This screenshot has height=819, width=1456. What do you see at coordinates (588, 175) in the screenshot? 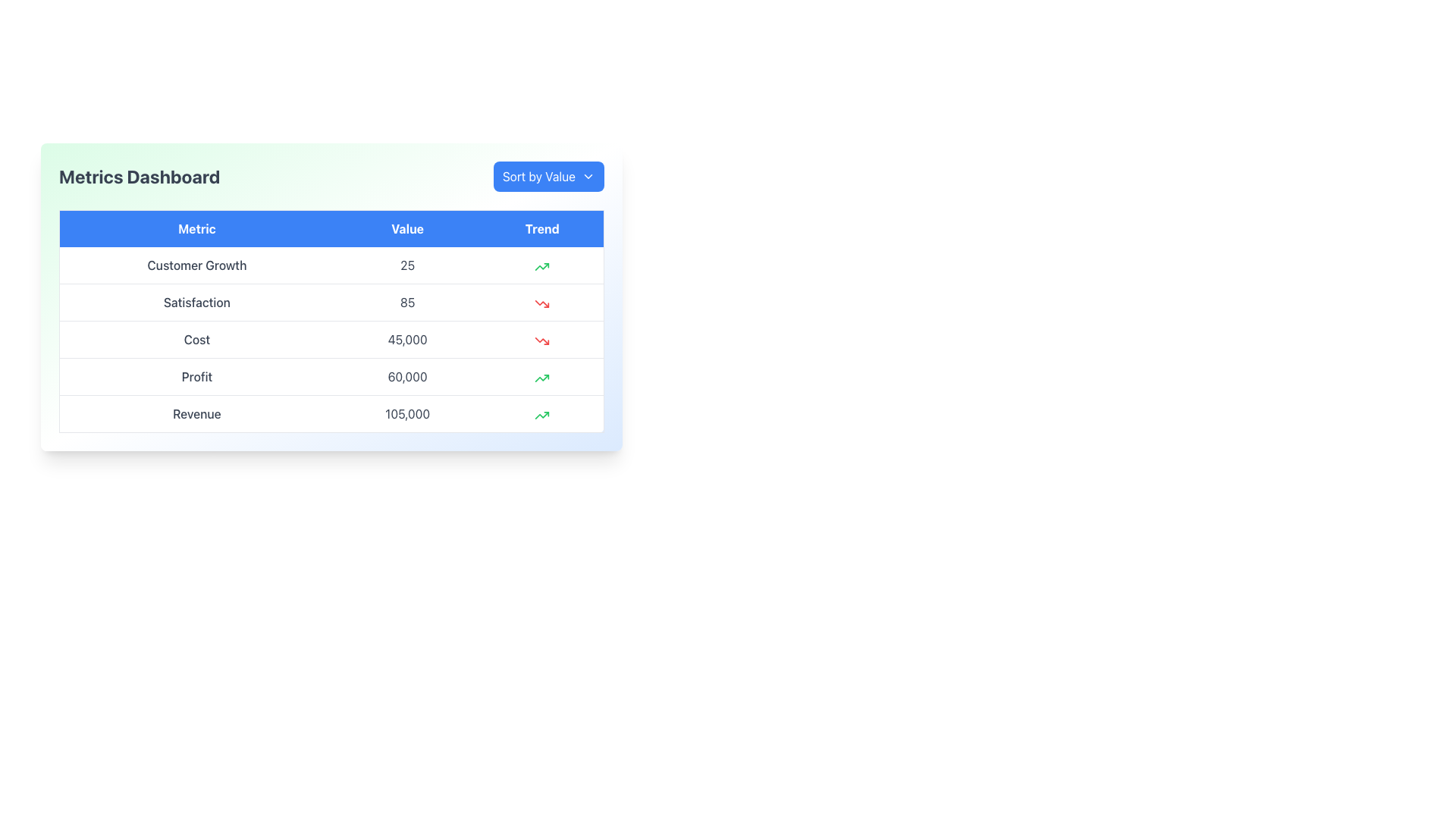
I see `the chevron icon located at the far right of the blue button labeled 'Sort by Value'` at bounding box center [588, 175].